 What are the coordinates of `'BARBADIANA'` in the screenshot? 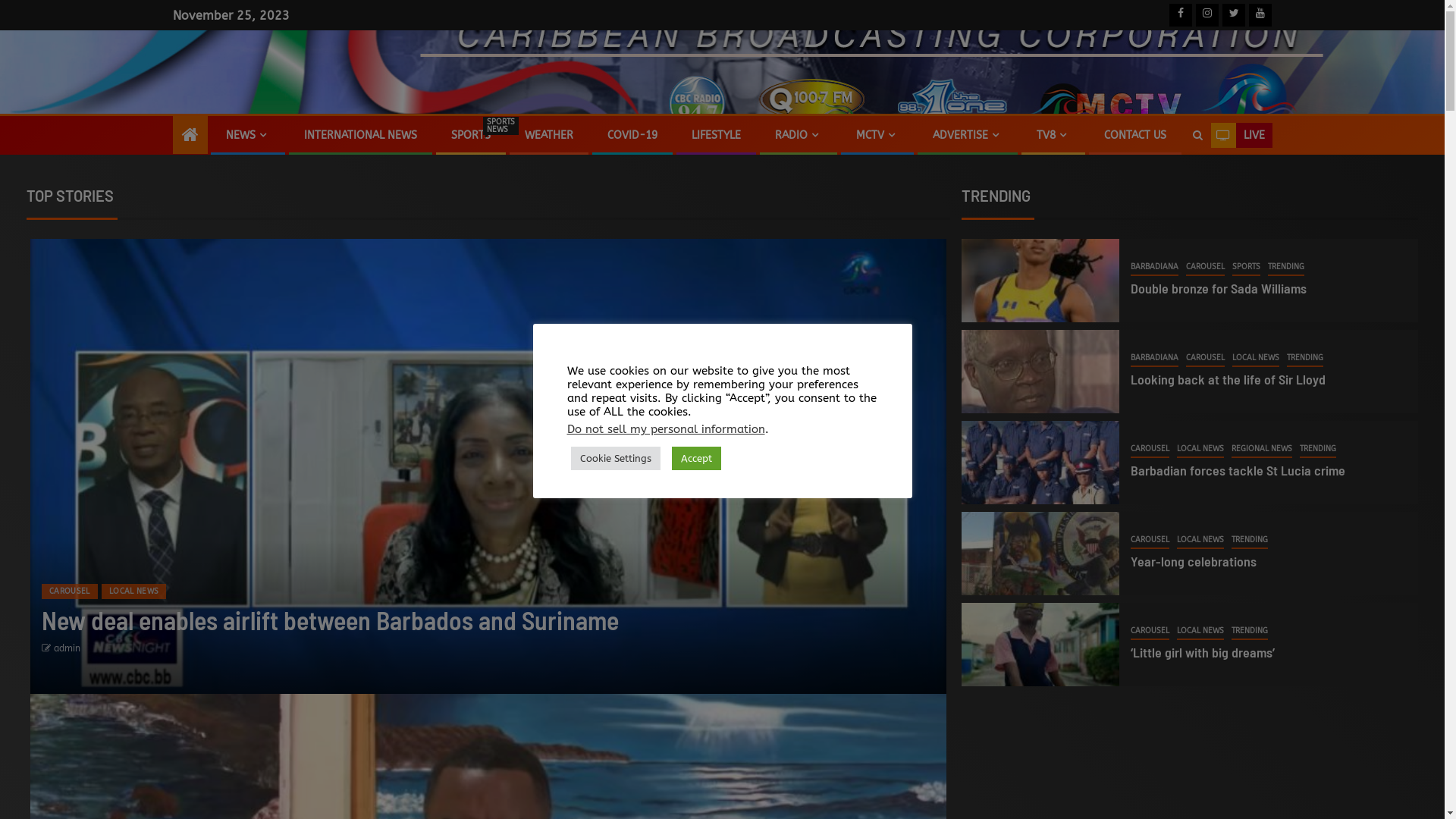 It's located at (1153, 359).